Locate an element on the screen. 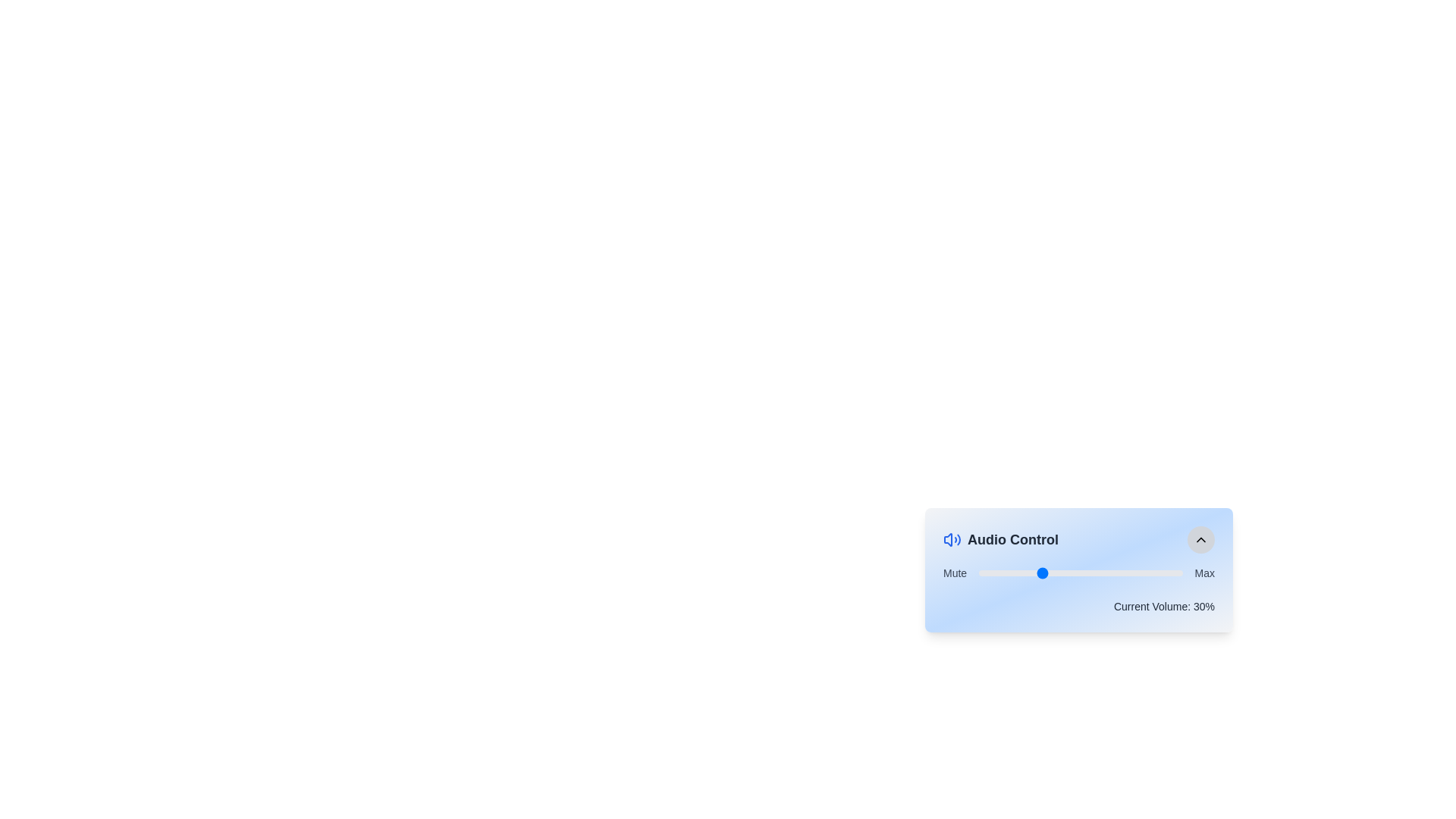 The height and width of the screenshot is (819, 1456). the audio control icon resembling a speaker with sound waves design located next to the 'Audio Control' heading to focus on it is located at coordinates (947, 539).